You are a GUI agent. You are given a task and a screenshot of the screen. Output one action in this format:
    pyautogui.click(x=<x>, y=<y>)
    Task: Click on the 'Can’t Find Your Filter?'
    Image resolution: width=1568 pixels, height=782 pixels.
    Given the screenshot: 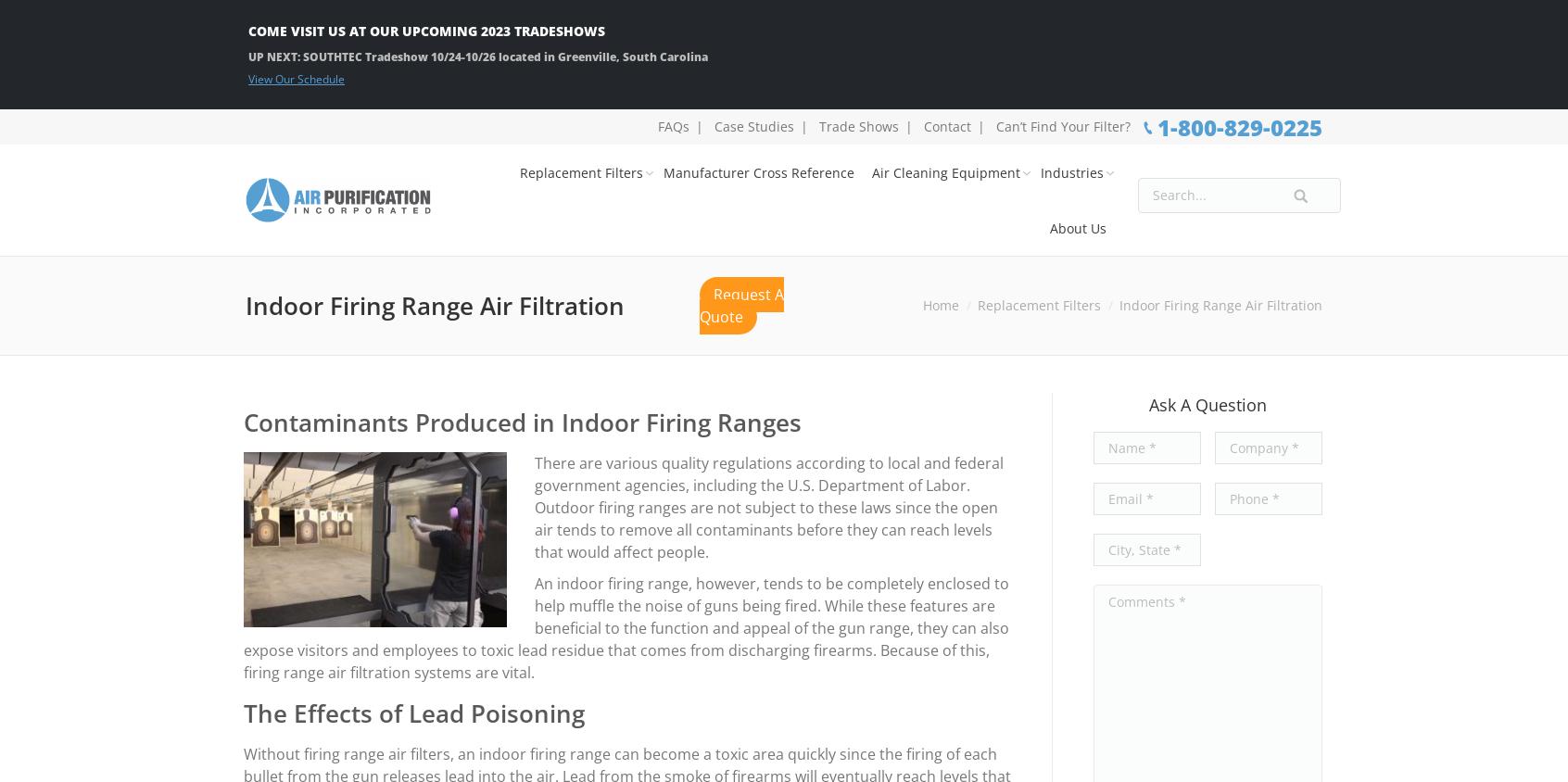 What is the action you would take?
    pyautogui.click(x=1061, y=126)
    